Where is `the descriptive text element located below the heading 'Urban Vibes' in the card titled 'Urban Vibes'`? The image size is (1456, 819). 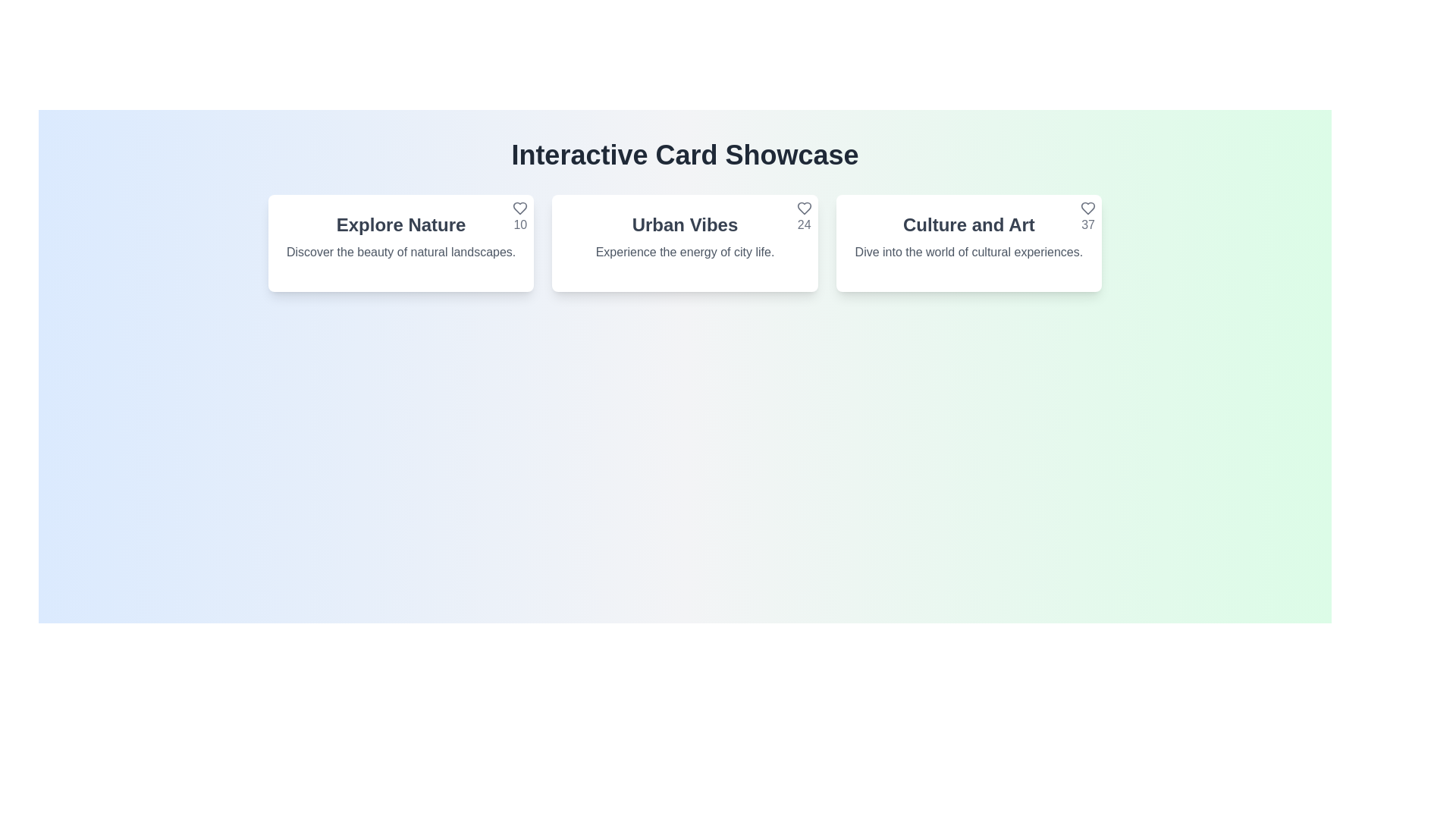 the descriptive text element located below the heading 'Urban Vibes' in the card titled 'Urban Vibes' is located at coordinates (684, 251).